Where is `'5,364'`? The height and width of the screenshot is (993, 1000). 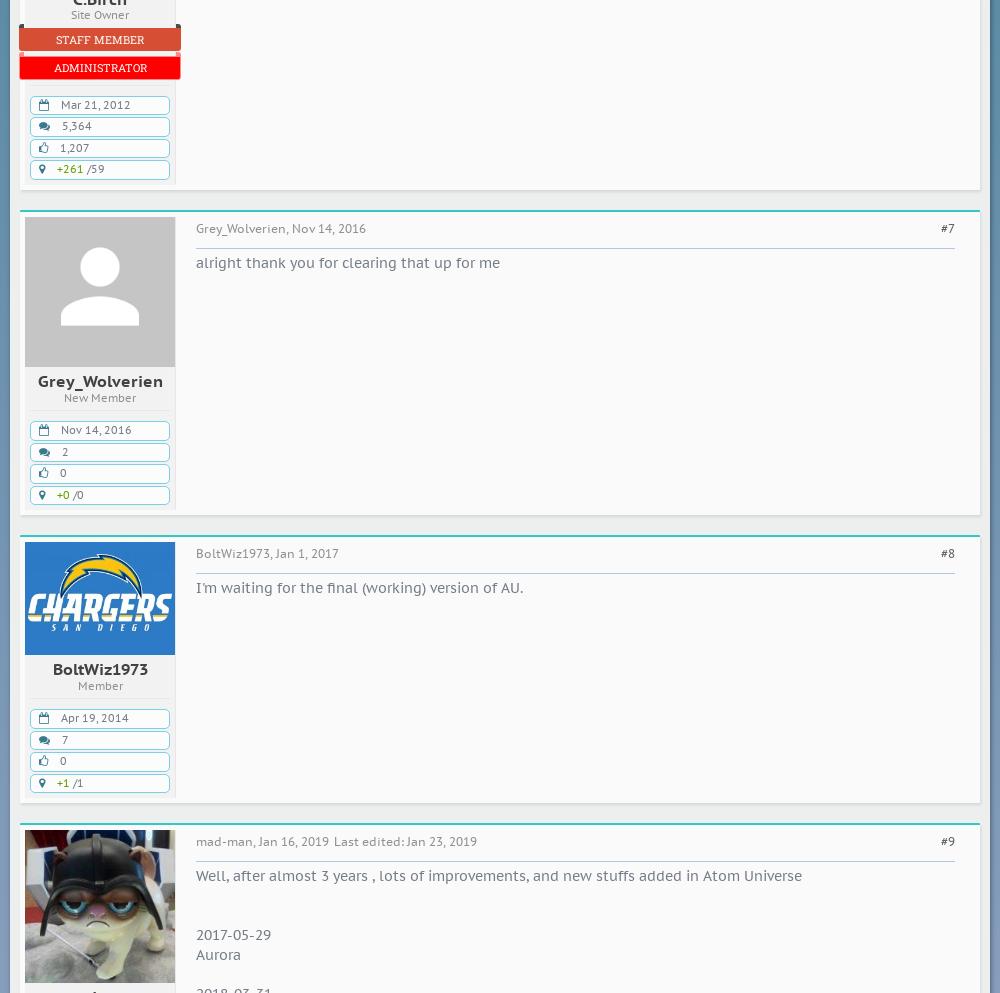
'5,364' is located at coordinates (62, 126).